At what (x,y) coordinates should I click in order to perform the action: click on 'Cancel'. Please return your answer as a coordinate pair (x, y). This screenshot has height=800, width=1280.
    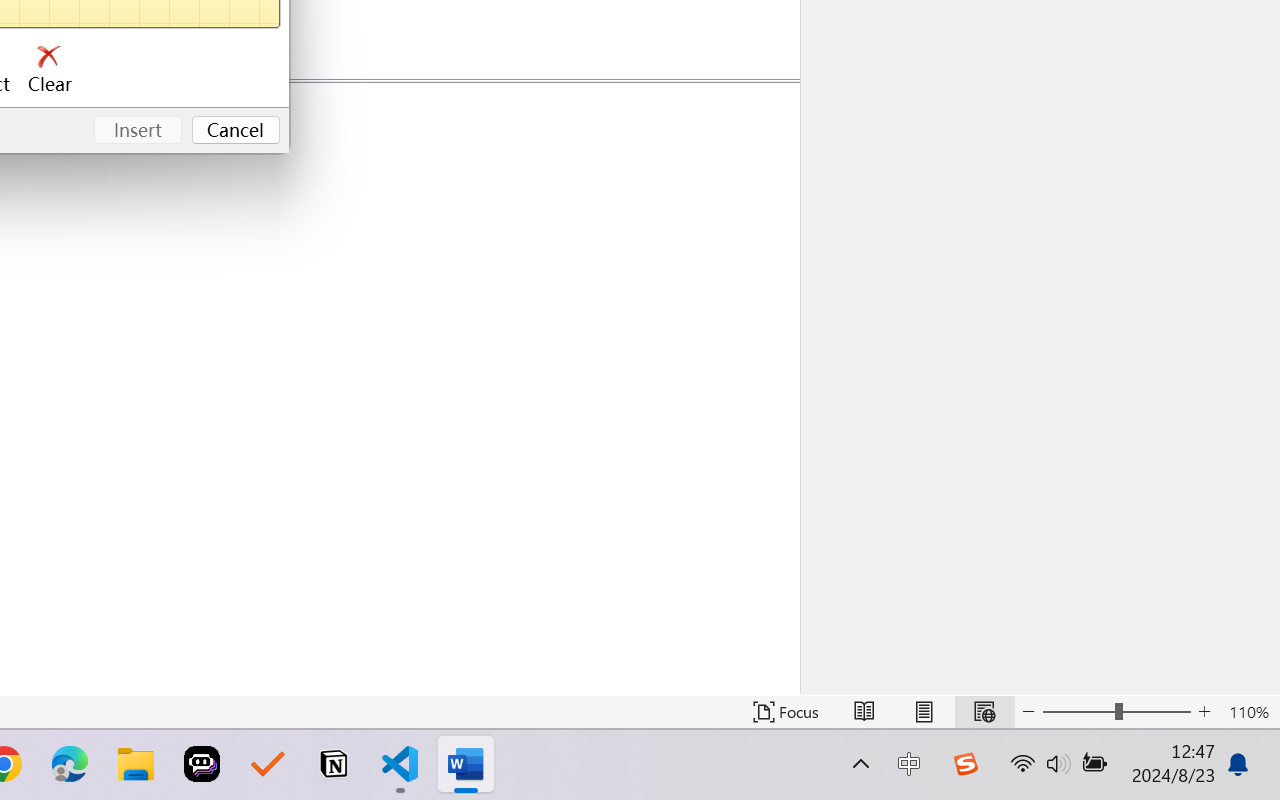
    Looking at the image, I should click on (236, 129).